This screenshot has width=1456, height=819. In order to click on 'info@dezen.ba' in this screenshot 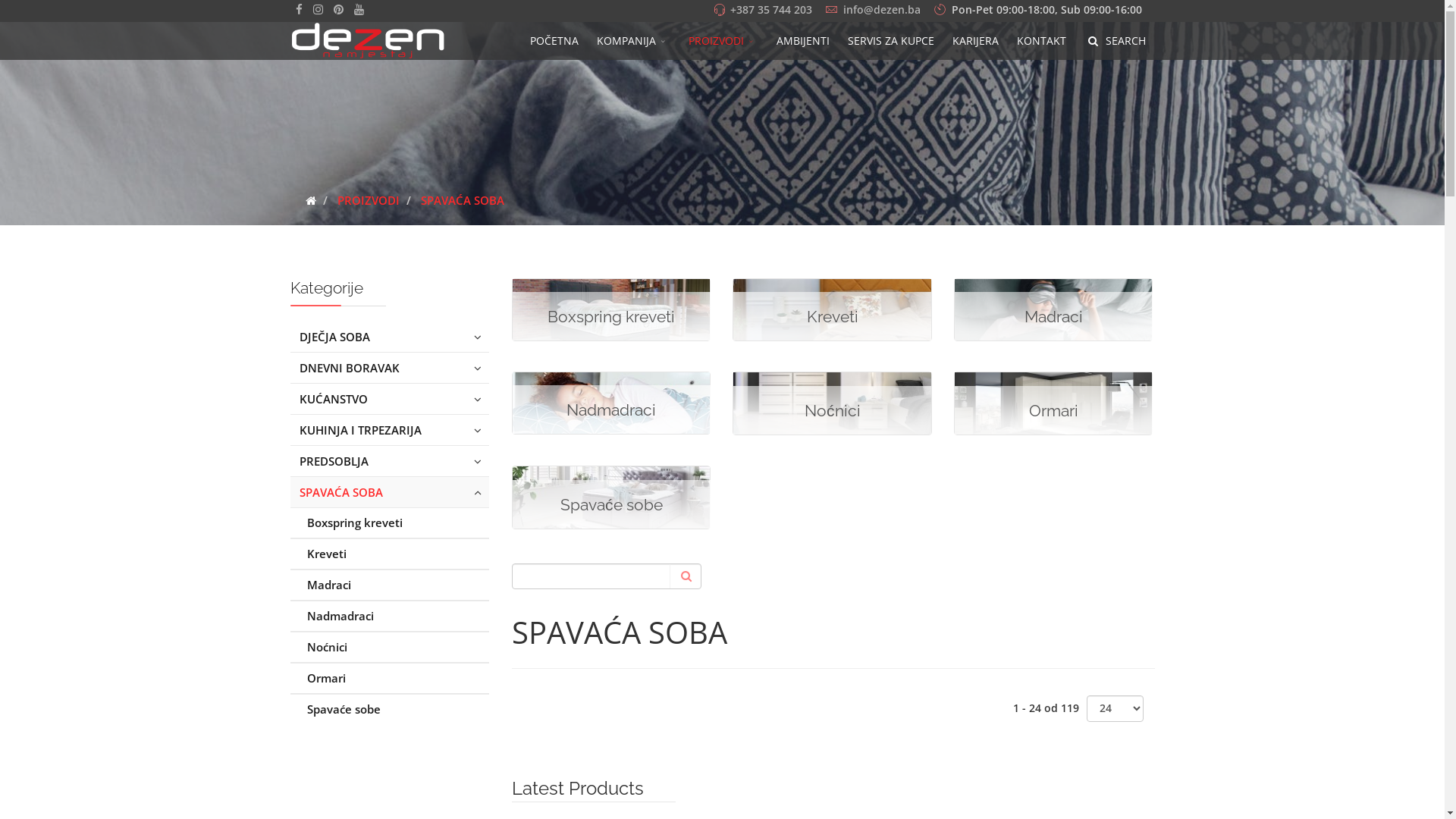, I will do `click(843, 9)`.